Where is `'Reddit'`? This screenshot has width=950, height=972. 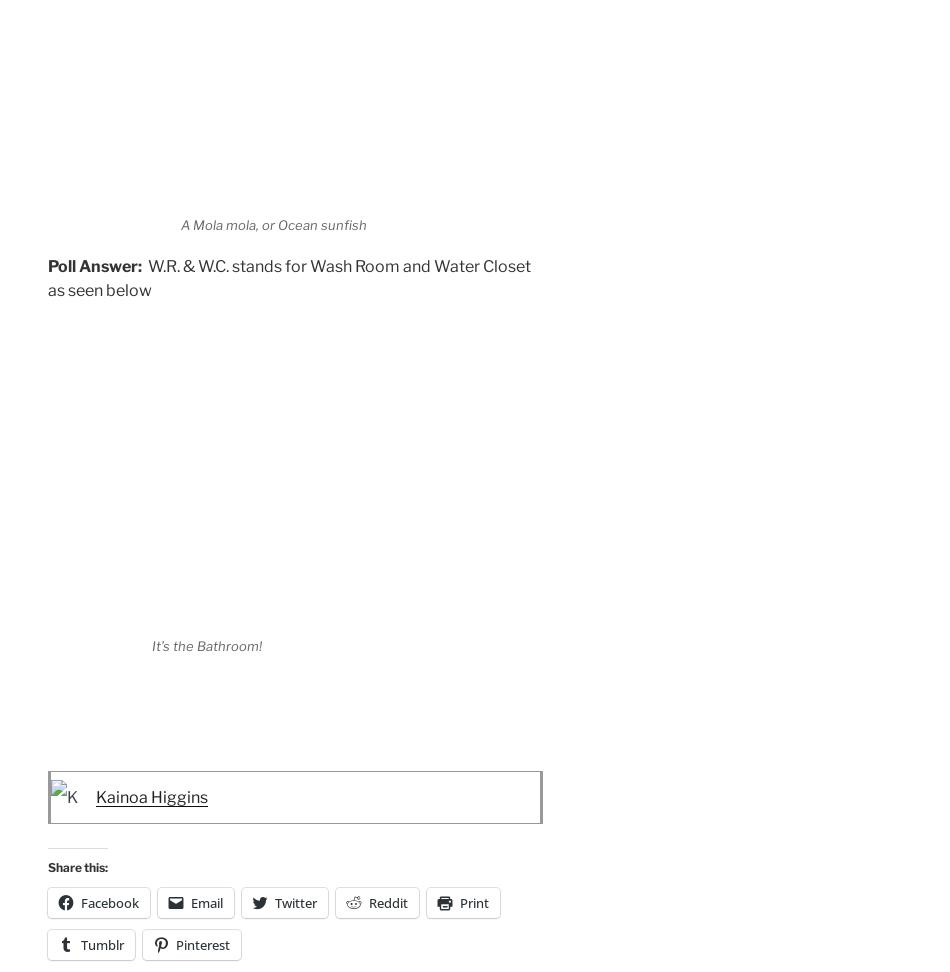 'Reddit' is located at coordinates (387, 902).